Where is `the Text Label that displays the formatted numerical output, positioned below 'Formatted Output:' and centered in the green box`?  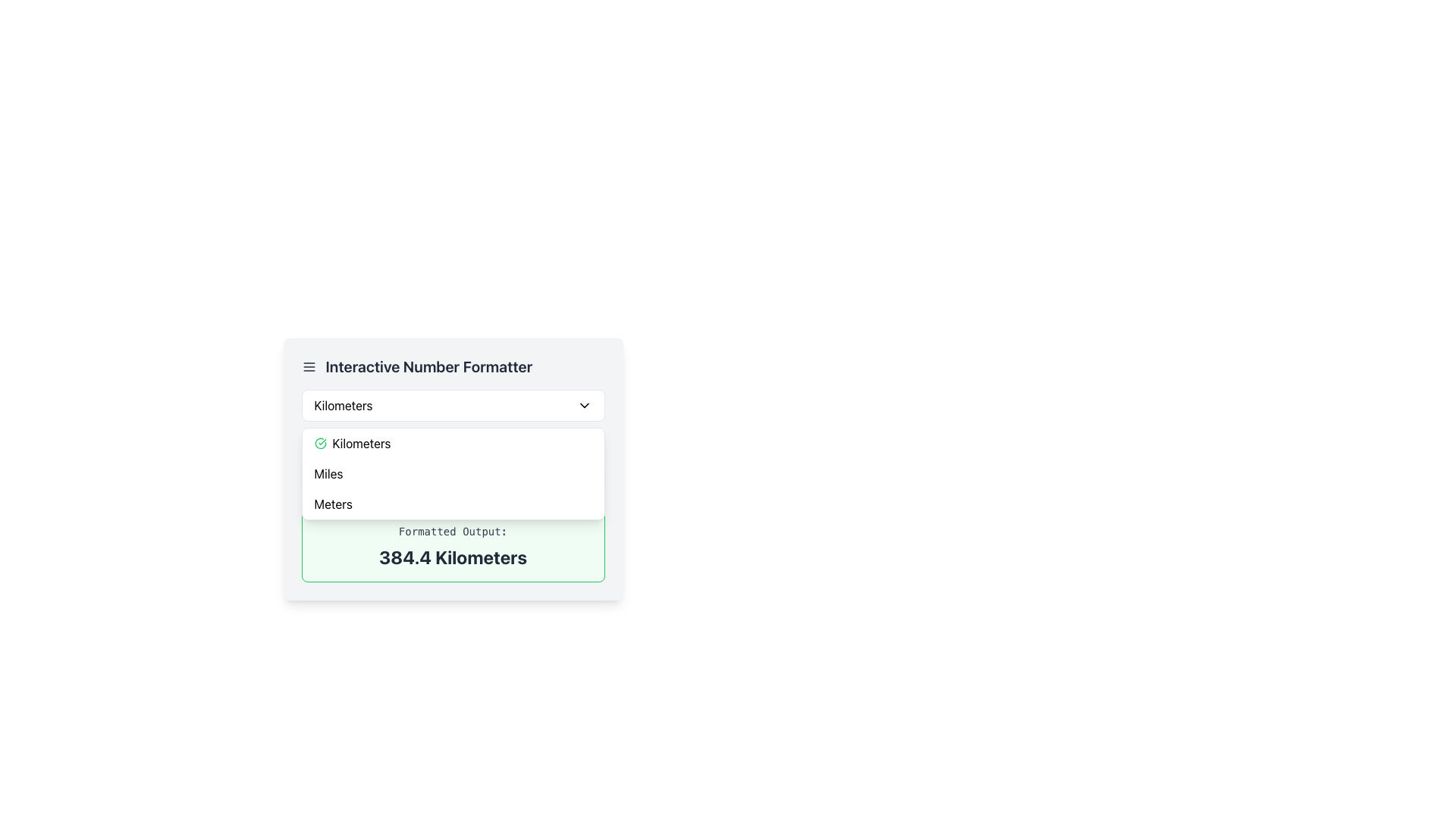 the Text Label that displays the formatted numerical output, positioned below 'Formatted Output:' and centered in the green box is located at coordinates (452, 557).